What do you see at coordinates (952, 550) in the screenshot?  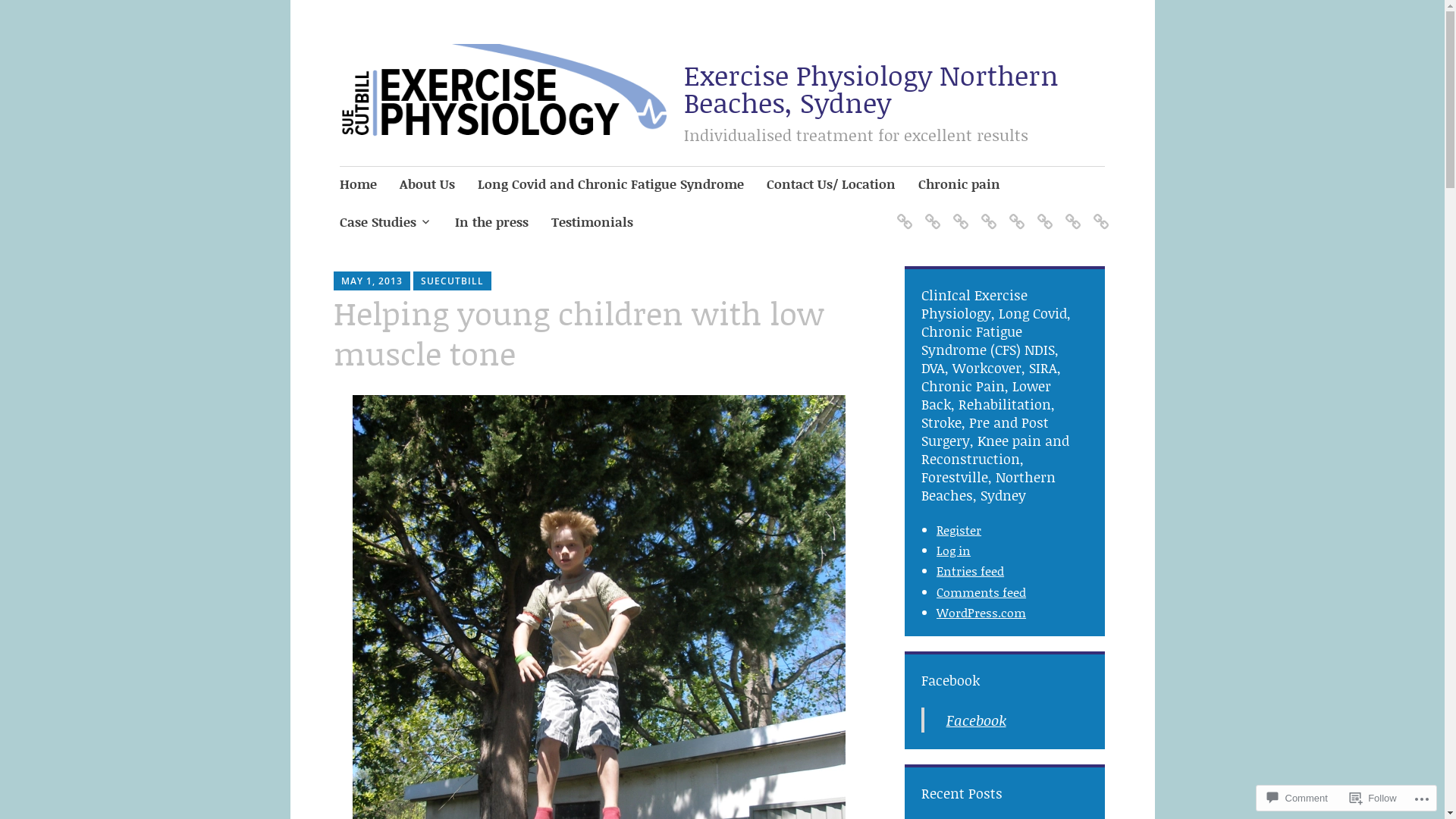 I see `'Log in'` at bounding box center [952, 550].